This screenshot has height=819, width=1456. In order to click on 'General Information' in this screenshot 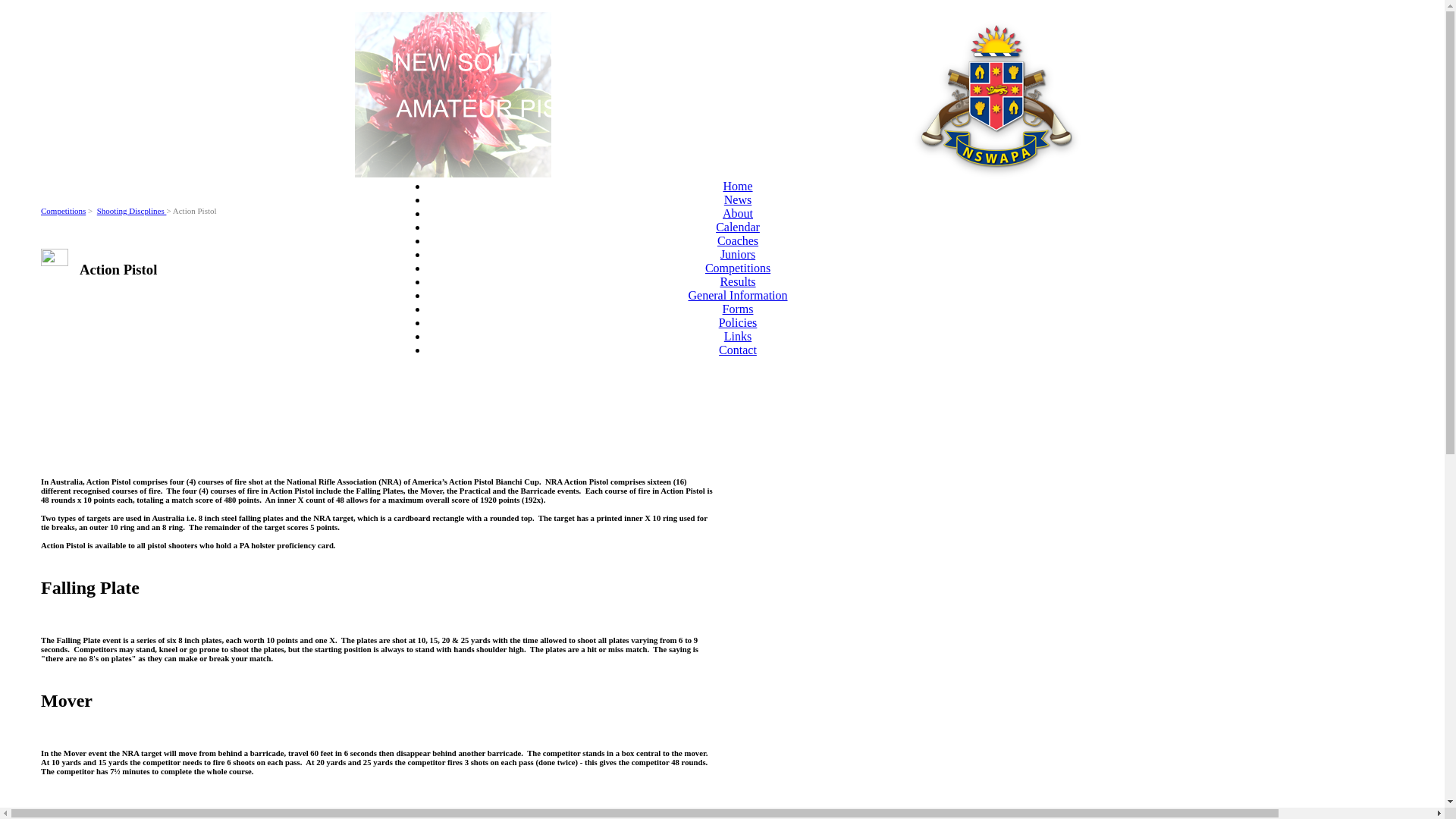, I will do `click(737, 295)`.